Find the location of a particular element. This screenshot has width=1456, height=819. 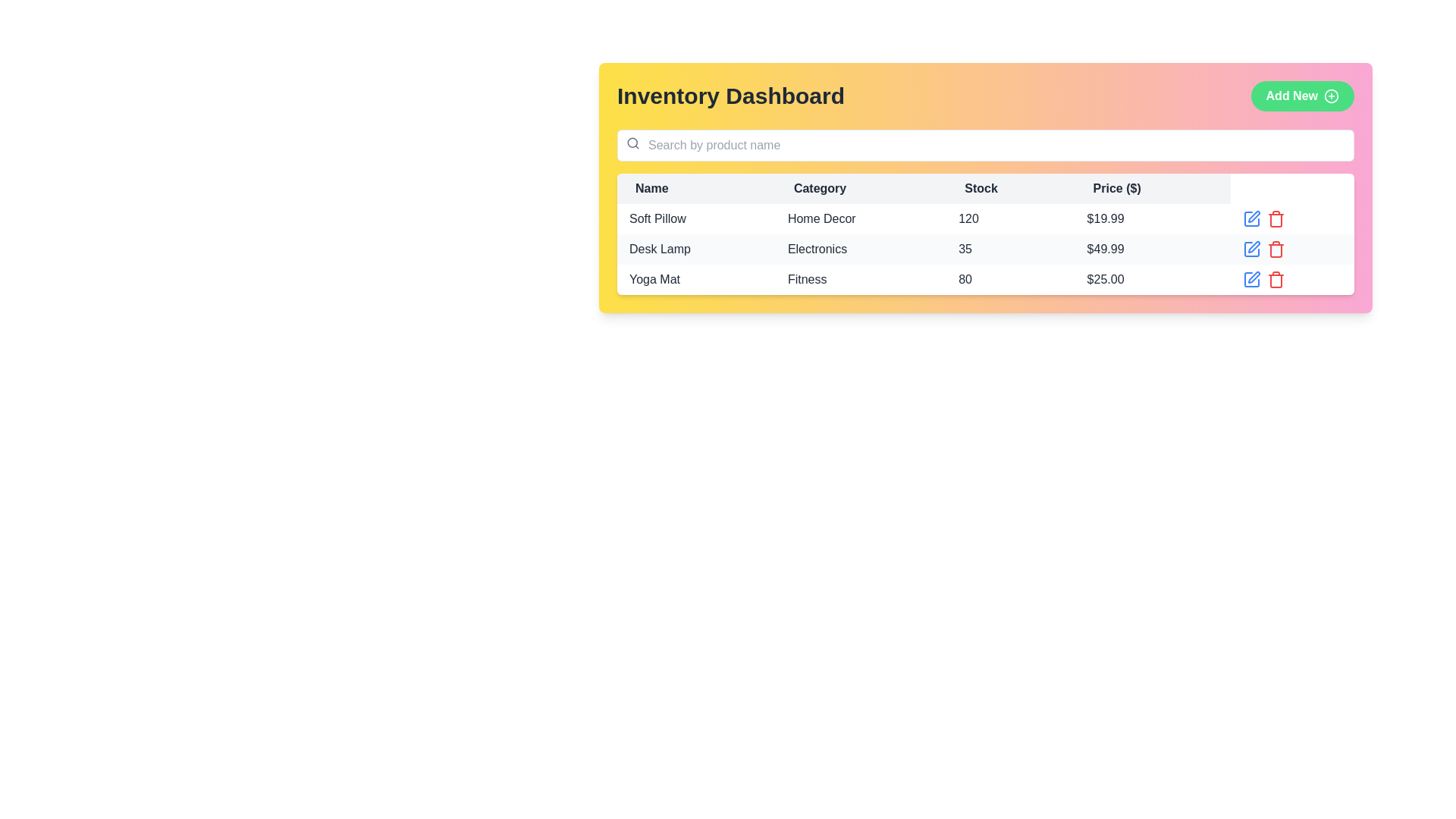

SVG Circle within the Icon element located on the button labeled 'Add New' in the top-right corner of the interface is located at coordinates (1331, 96).